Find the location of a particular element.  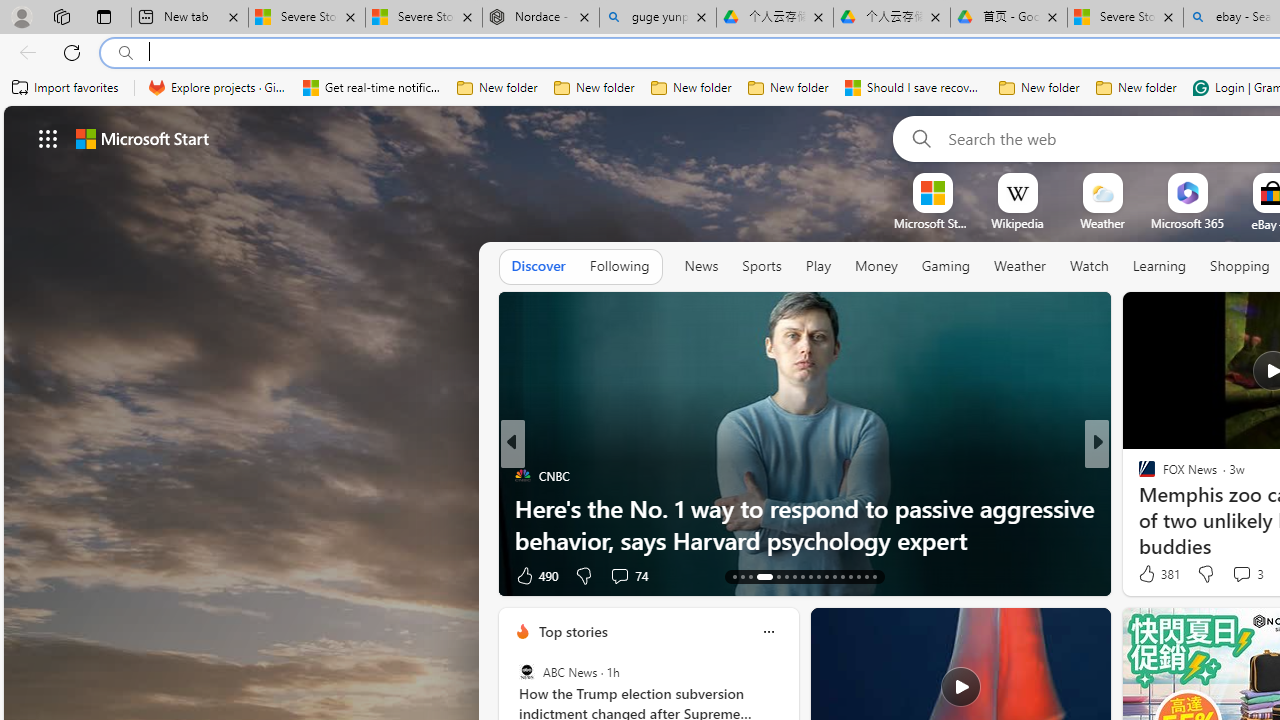

'AutomationID: tab-18' is located at coordinates (785, 577).